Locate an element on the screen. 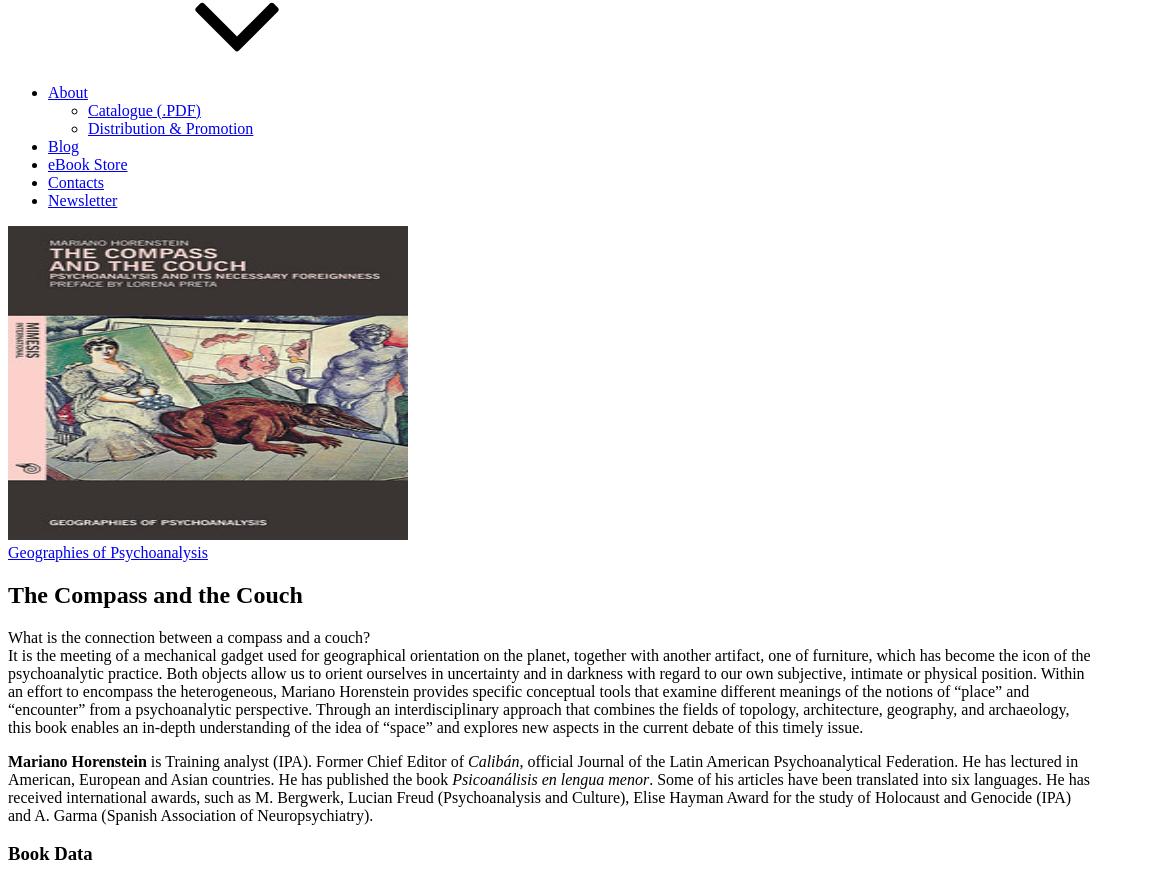 The image size is (1173, 874). 'Geographies of Psychoanalysis' is located at coordinates (107, 551).